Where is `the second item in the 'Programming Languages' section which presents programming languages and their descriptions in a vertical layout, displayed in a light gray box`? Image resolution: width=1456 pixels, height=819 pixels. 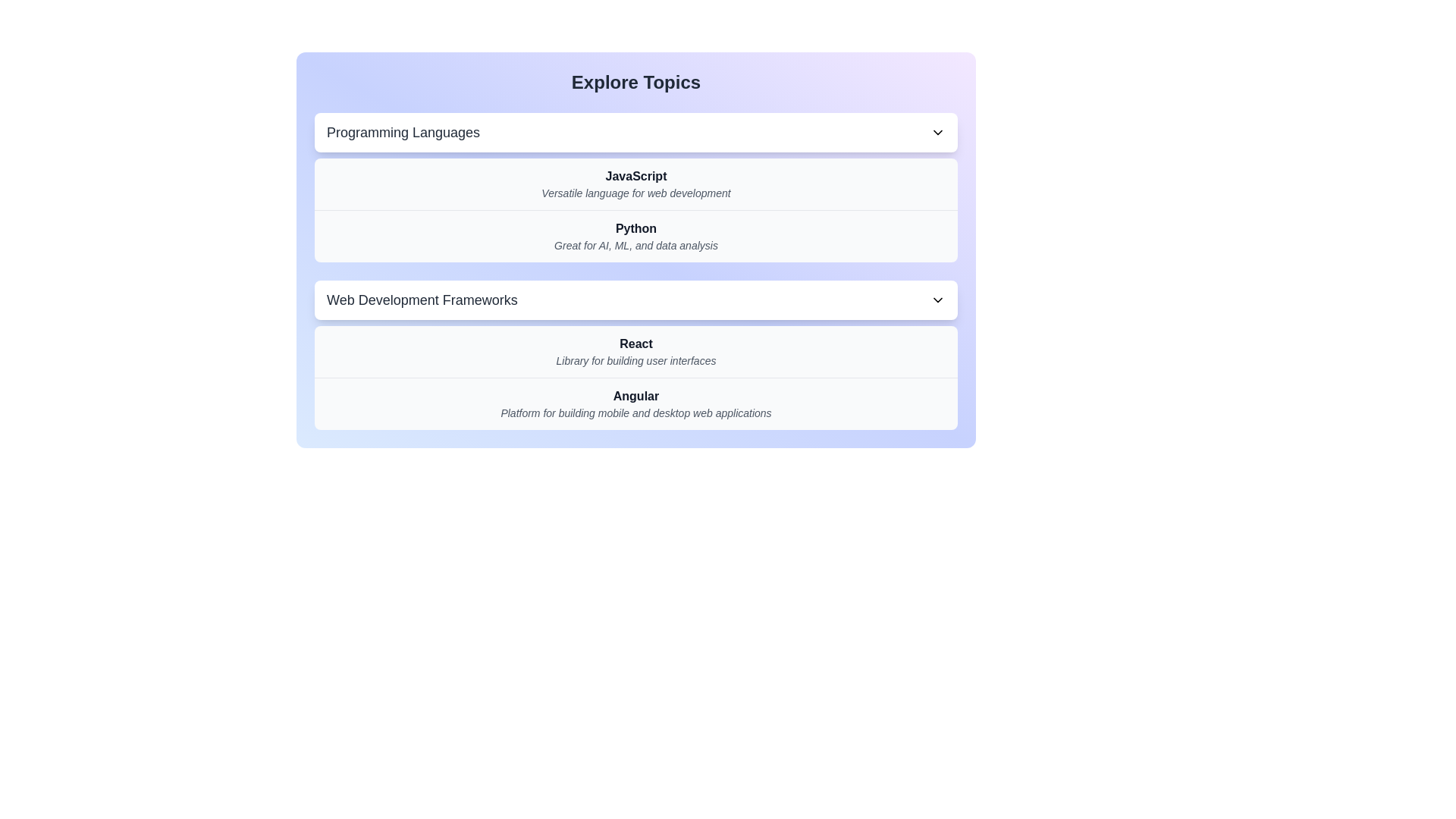 the second item in the 'Programming Languages' section which presents programming languages and their descriptions in a vertical layout, displayed in a light gray box is located at coordinates (636, 210).